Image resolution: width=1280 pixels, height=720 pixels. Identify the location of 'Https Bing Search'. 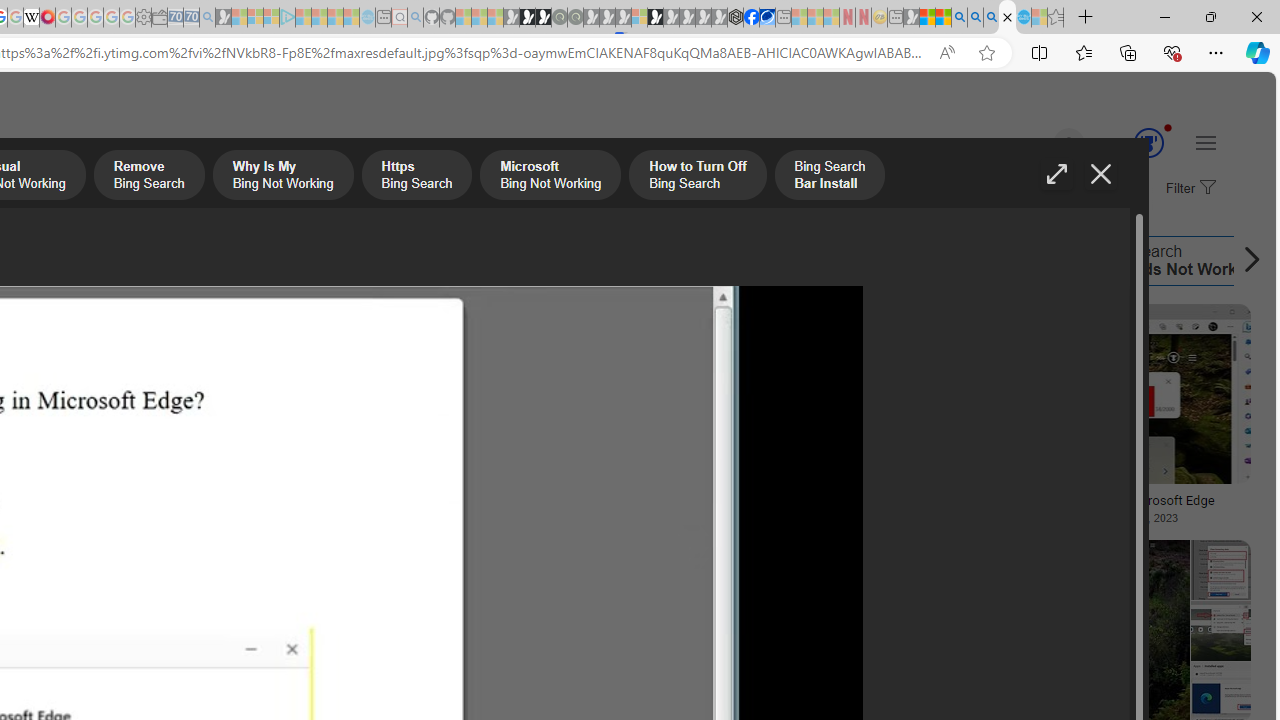
(415, 176).